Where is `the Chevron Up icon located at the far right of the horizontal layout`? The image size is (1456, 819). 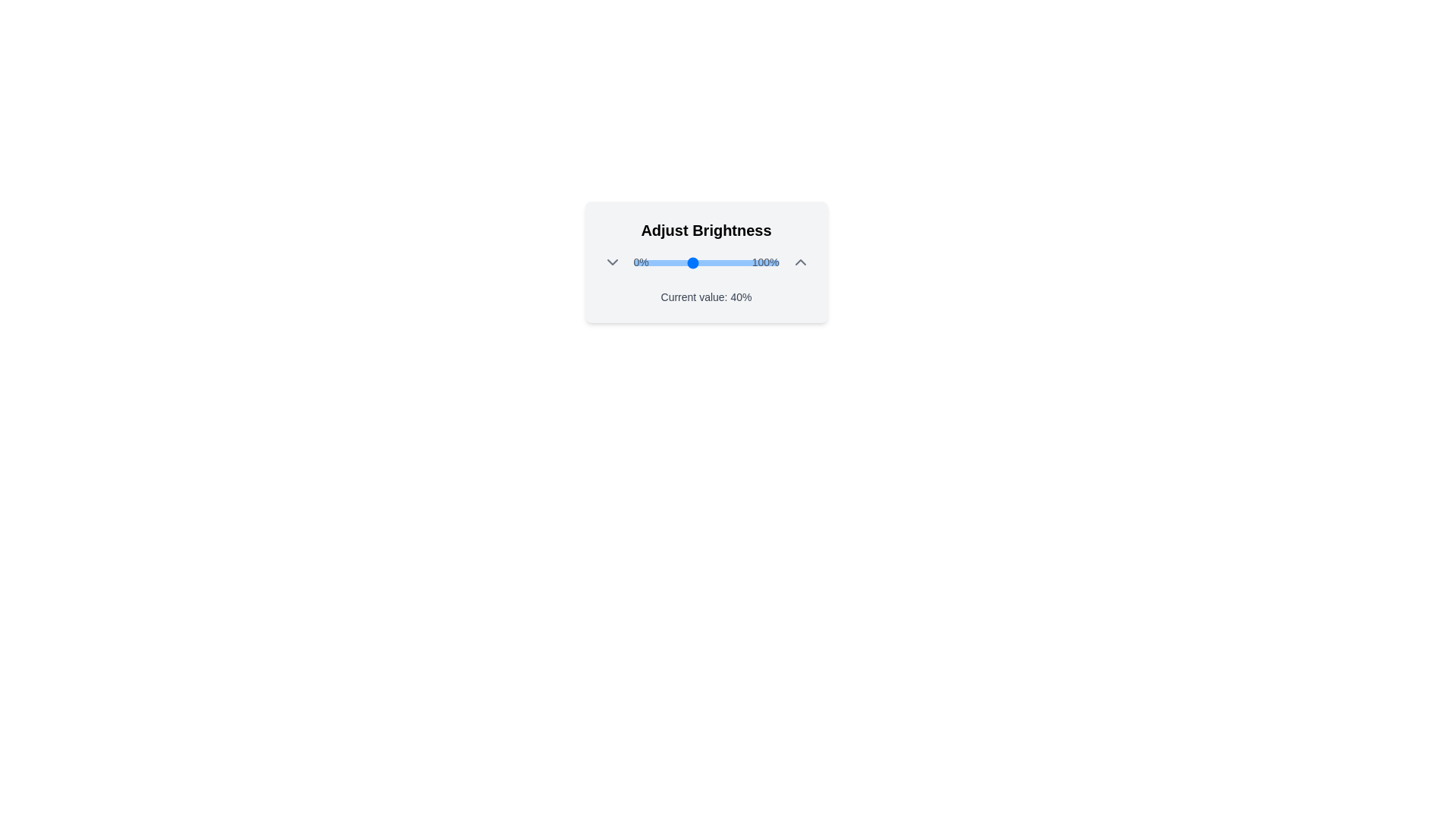
the Chevron Up icon located at the far right of the horizontal layout is located at coordinates (799, 262).